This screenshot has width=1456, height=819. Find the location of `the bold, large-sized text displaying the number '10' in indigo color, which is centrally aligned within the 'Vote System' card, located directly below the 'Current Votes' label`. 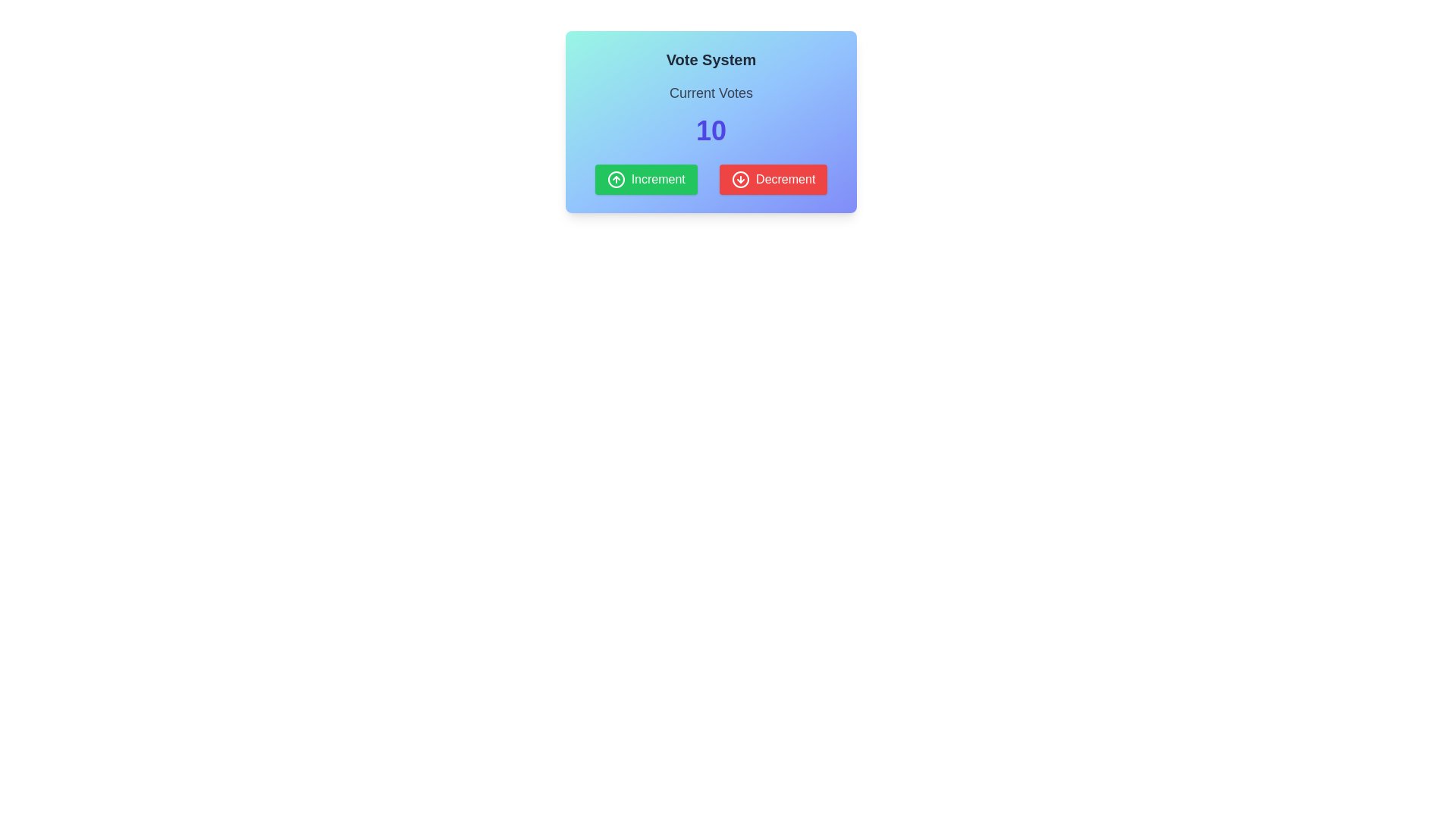

the bold, large-sized text displaying the number '10' in indigo color, which is centrally aligned within the 'Vote System' card, located directly below the 'Current Votes' label is located at coordinates (710, 130).